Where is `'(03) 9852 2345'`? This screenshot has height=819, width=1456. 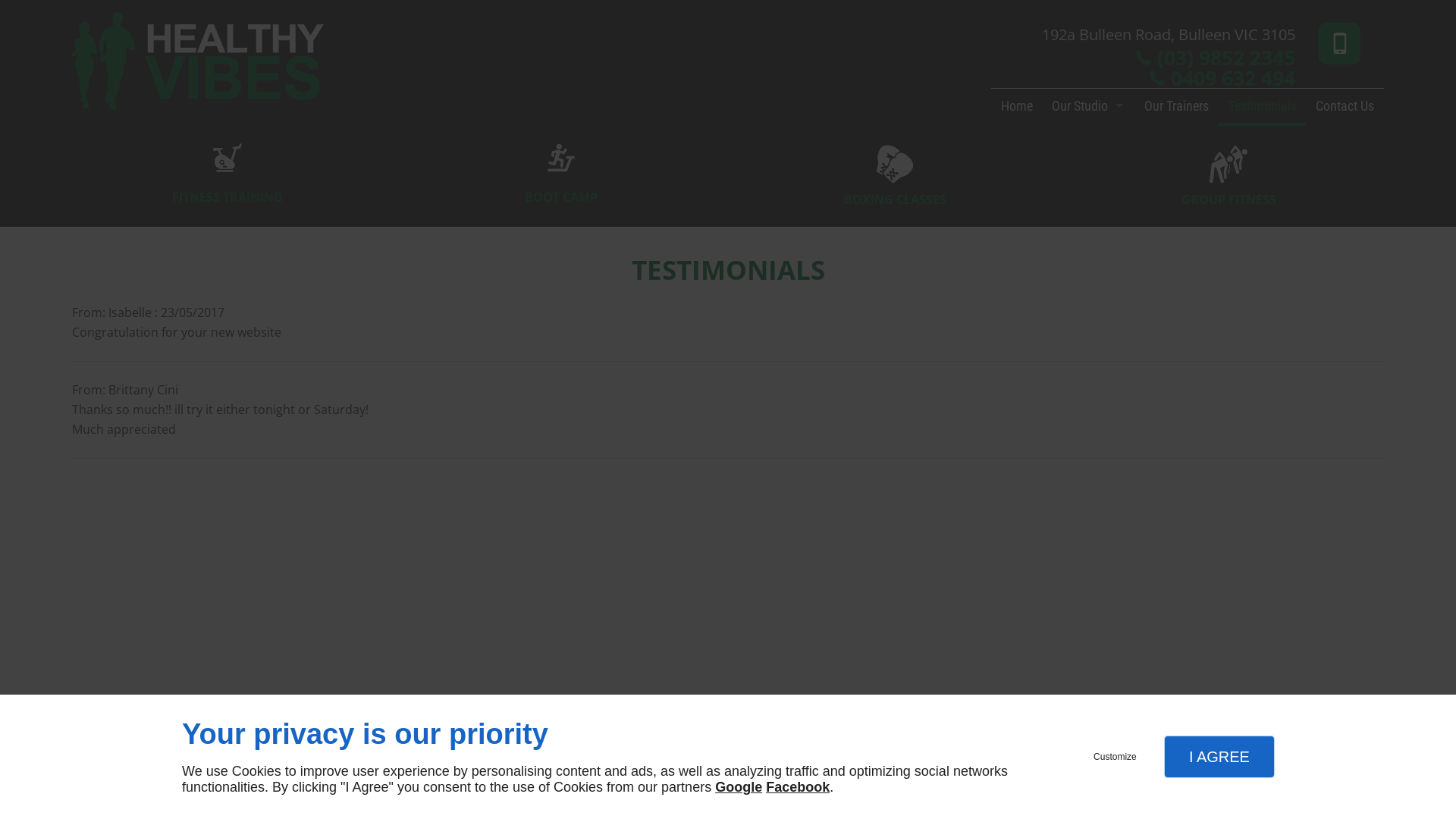
'(03) 9852 2345' is located at coordinates (1226, 56).